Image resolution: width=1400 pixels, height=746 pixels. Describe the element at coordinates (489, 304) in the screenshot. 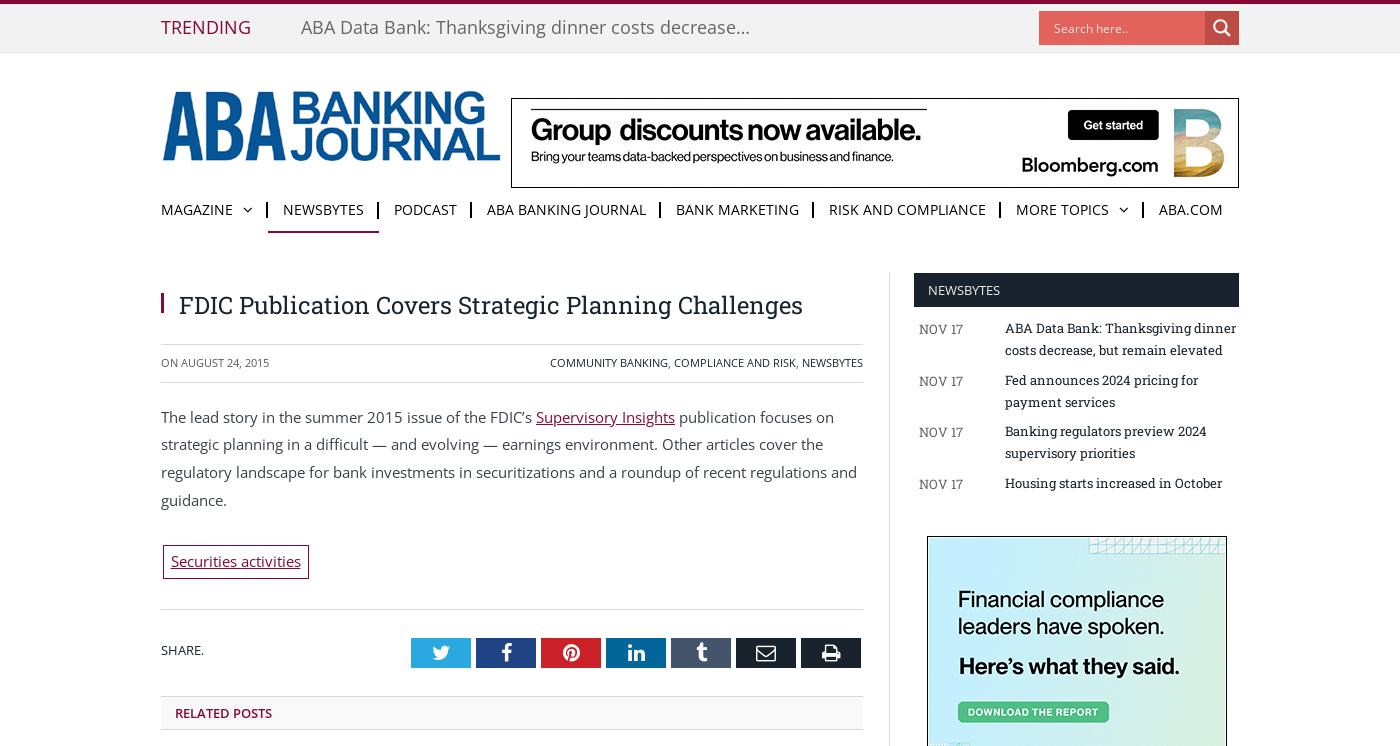

I see `'FDIC Publication Covers Strategic Planning Challenges'` at that location.